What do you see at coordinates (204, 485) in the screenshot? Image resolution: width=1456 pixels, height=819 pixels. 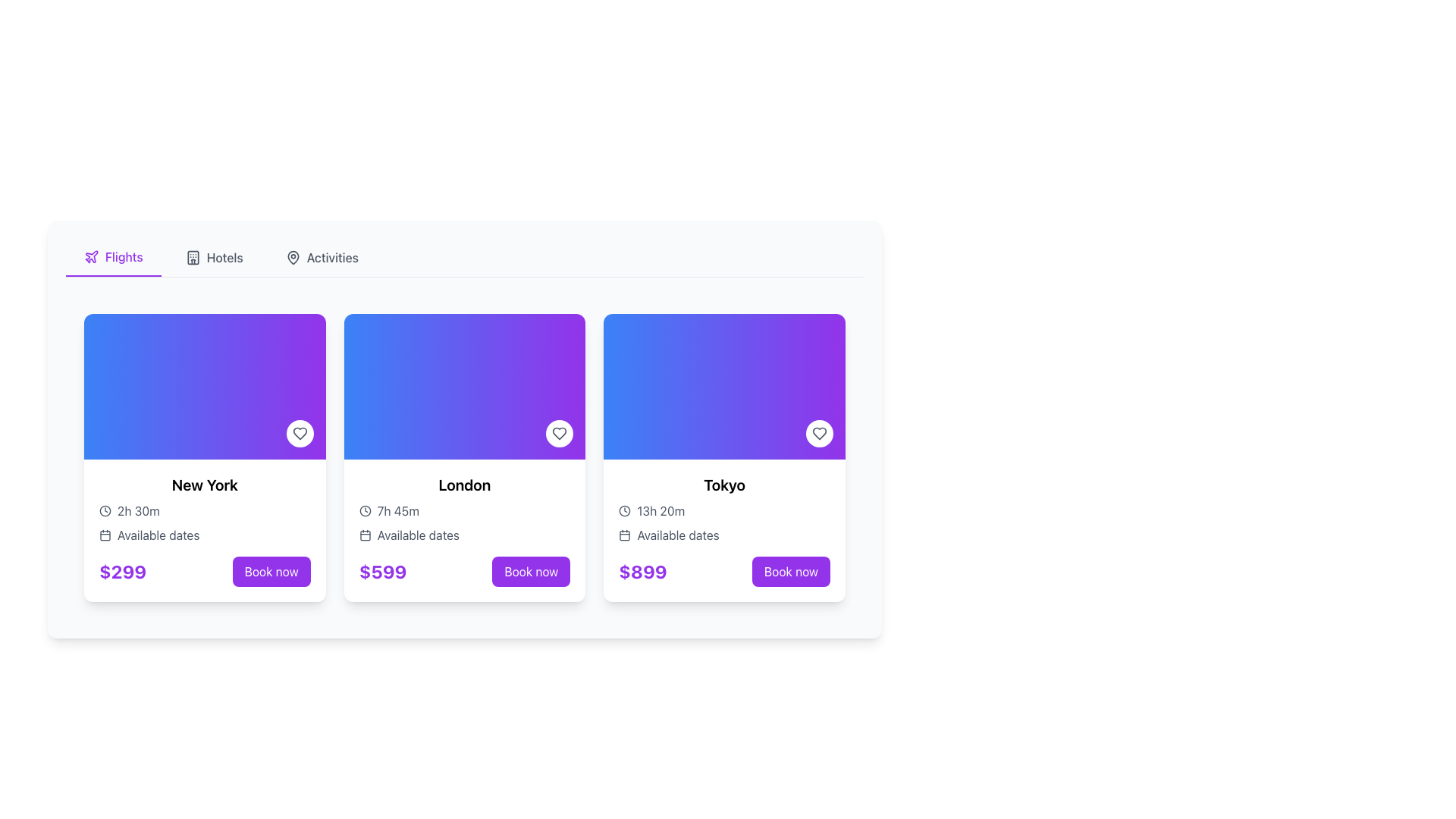 I see `the prominent text label displaying the travel destination name in the first flight card on the left, located beneath the card's visual area` at bounding box center [204, 485].